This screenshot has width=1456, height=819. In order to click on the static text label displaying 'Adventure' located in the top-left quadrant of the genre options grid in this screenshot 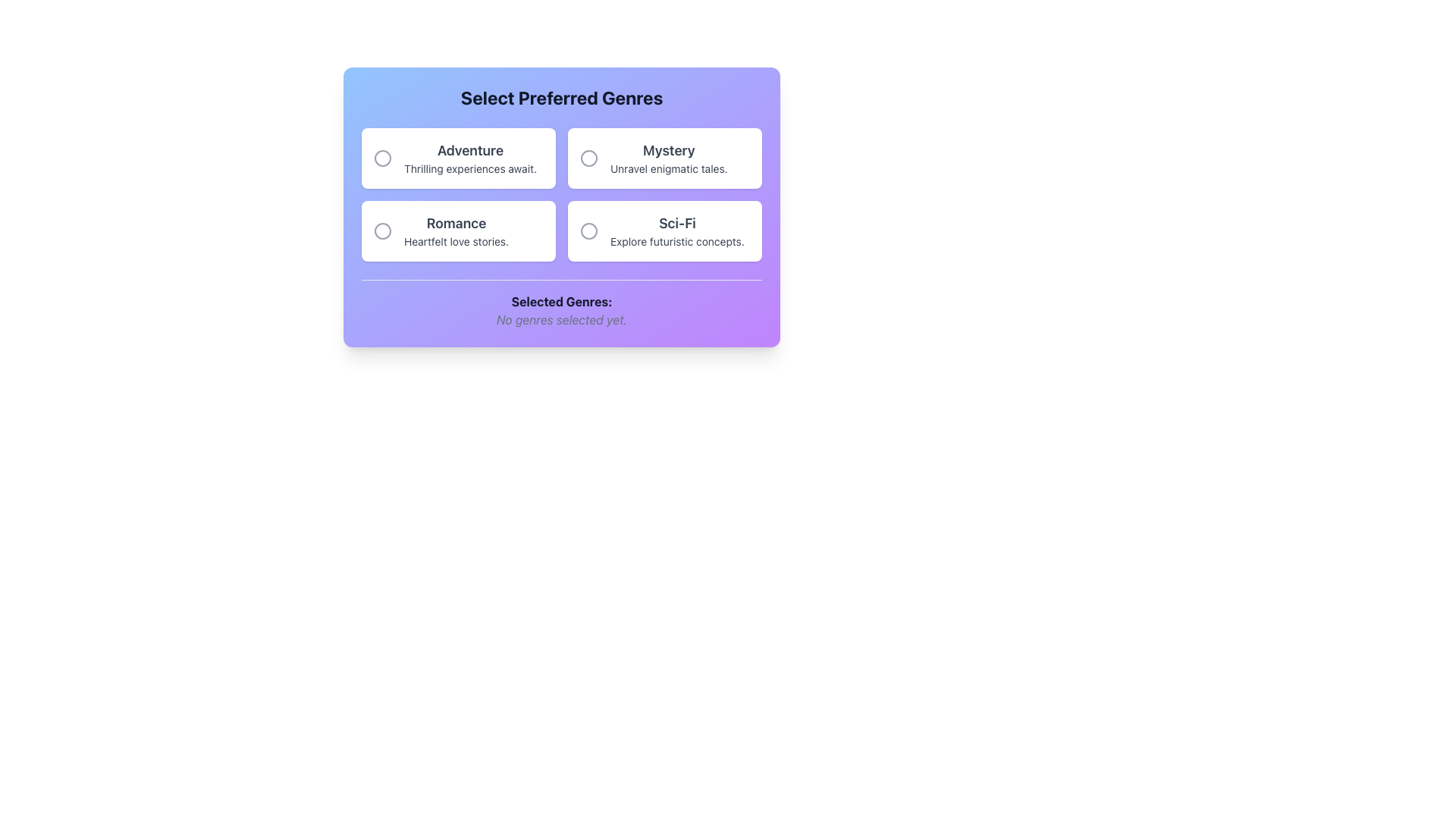, I will do `click(469, 158)`.